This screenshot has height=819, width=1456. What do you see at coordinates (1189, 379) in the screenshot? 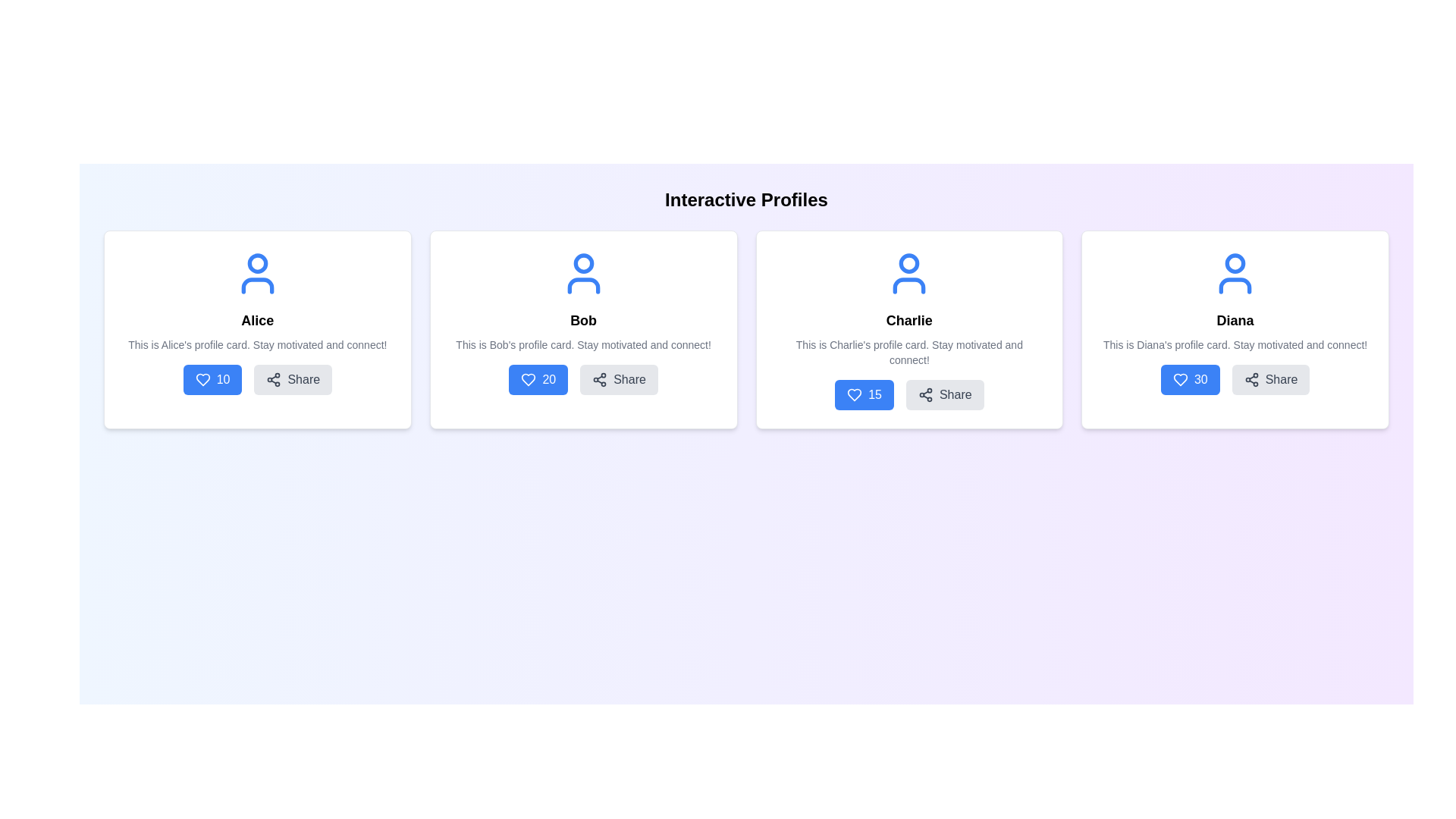
I see `the blue rectangular button with a white heart symbol and '30' text to increment the like count` at bounding box center [1189, 379].